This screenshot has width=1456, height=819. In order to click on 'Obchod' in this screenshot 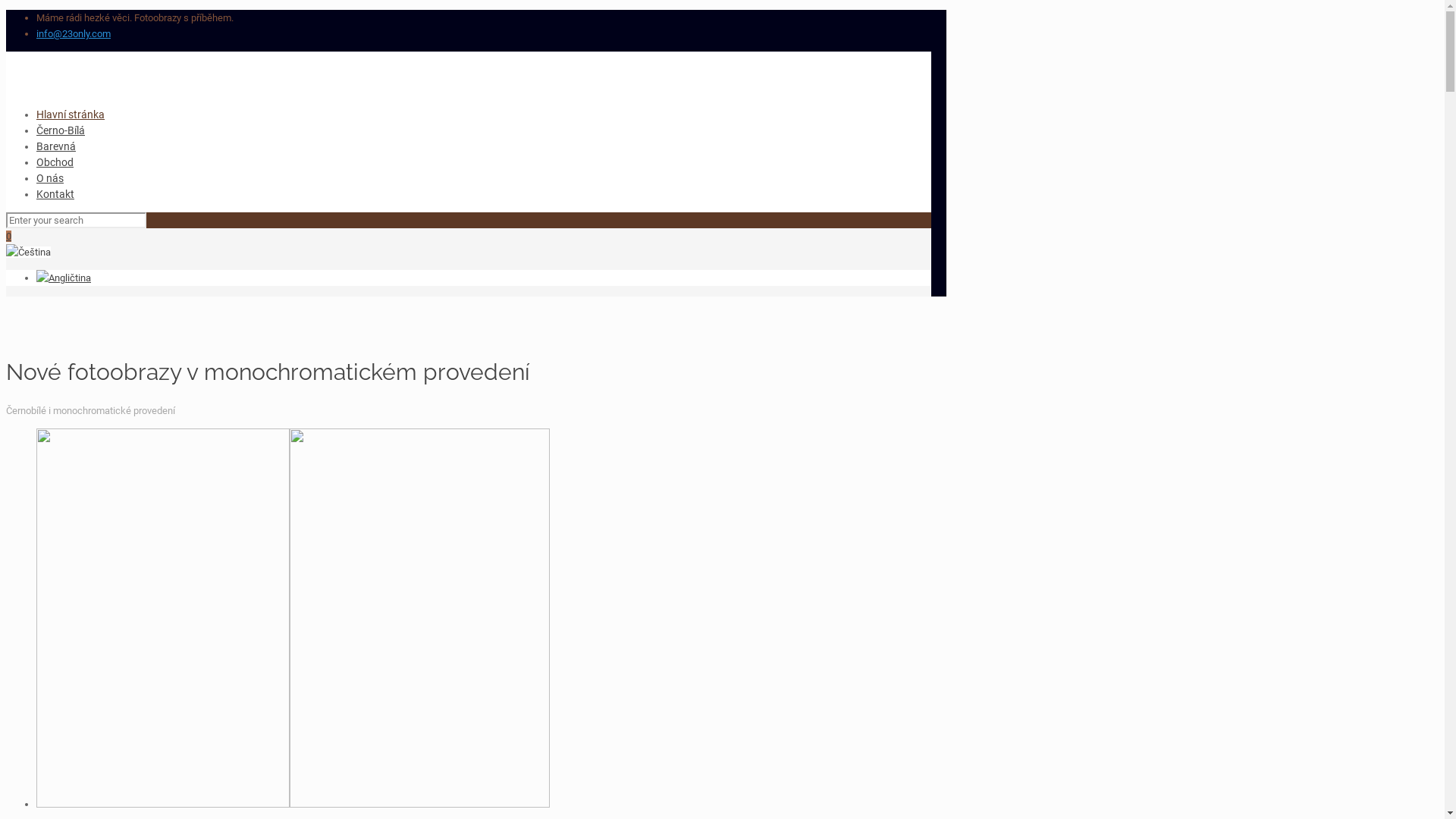, I will do `click(55, 162)`.